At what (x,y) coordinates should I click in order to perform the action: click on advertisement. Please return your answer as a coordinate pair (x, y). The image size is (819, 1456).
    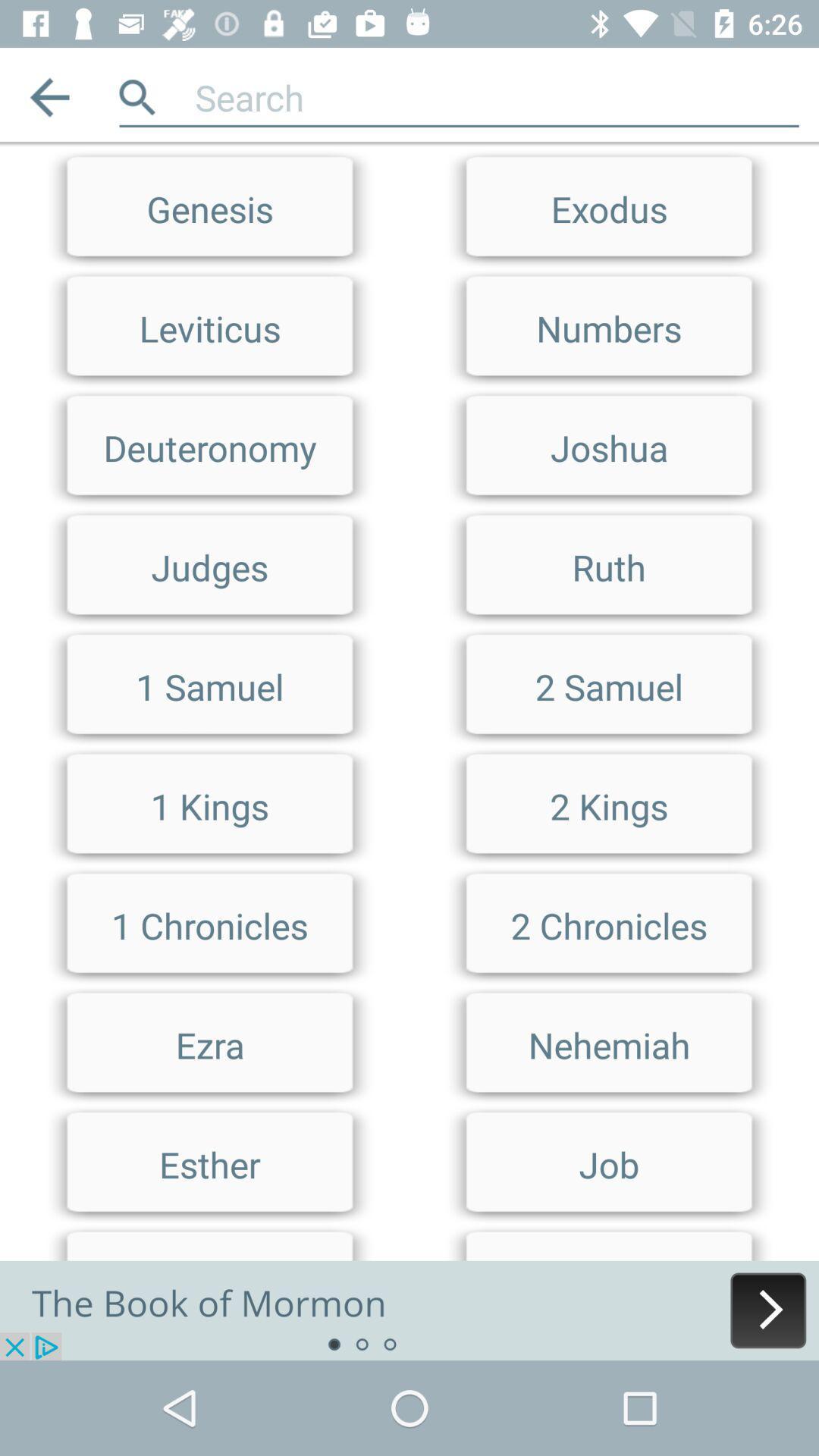
    Looking at the image, I should click on (409, 1310).